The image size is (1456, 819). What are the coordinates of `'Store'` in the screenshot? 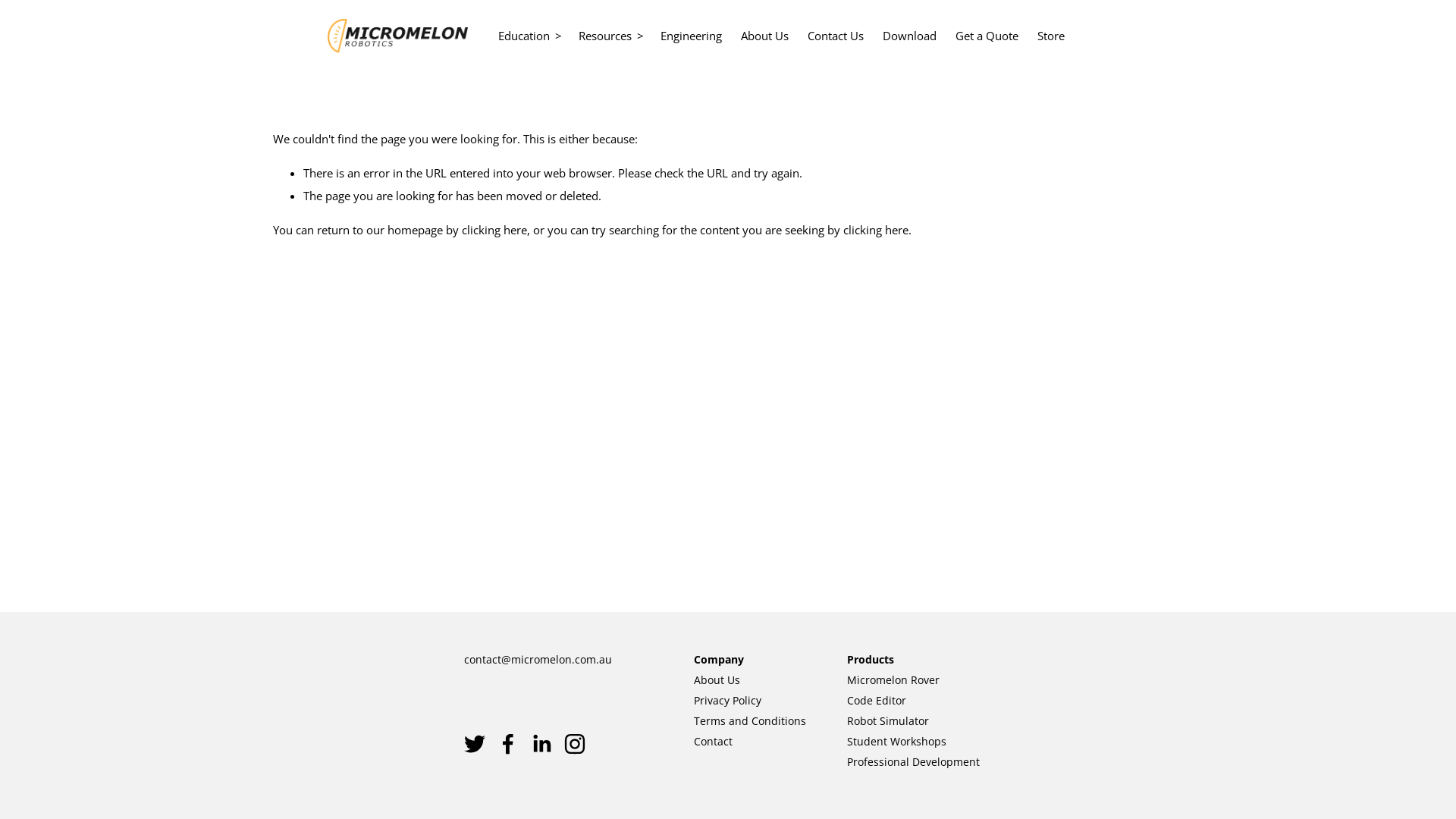 It's located at (1050, 35).